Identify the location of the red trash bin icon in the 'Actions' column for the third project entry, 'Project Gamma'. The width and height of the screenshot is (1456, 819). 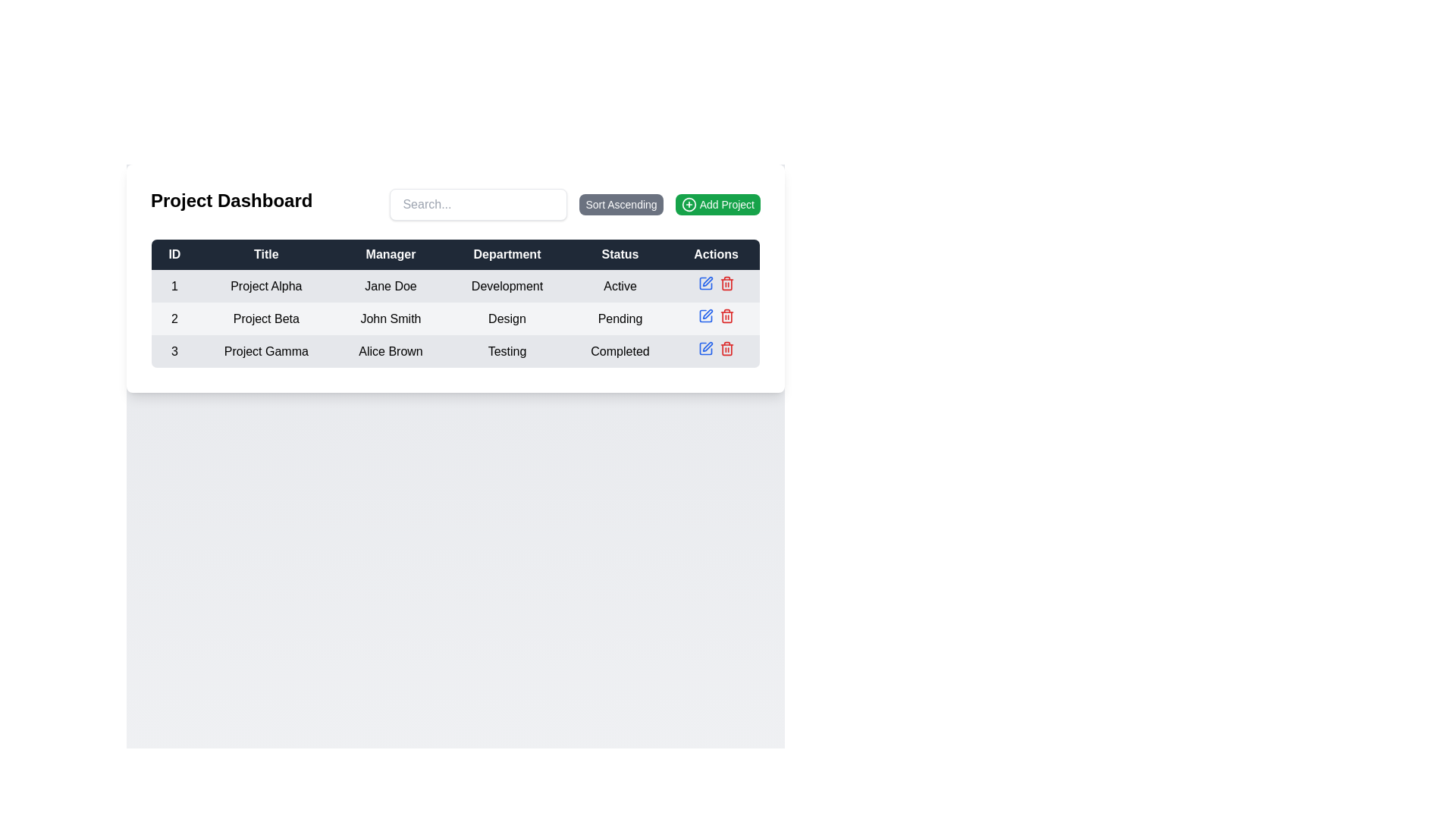
(726, 348).